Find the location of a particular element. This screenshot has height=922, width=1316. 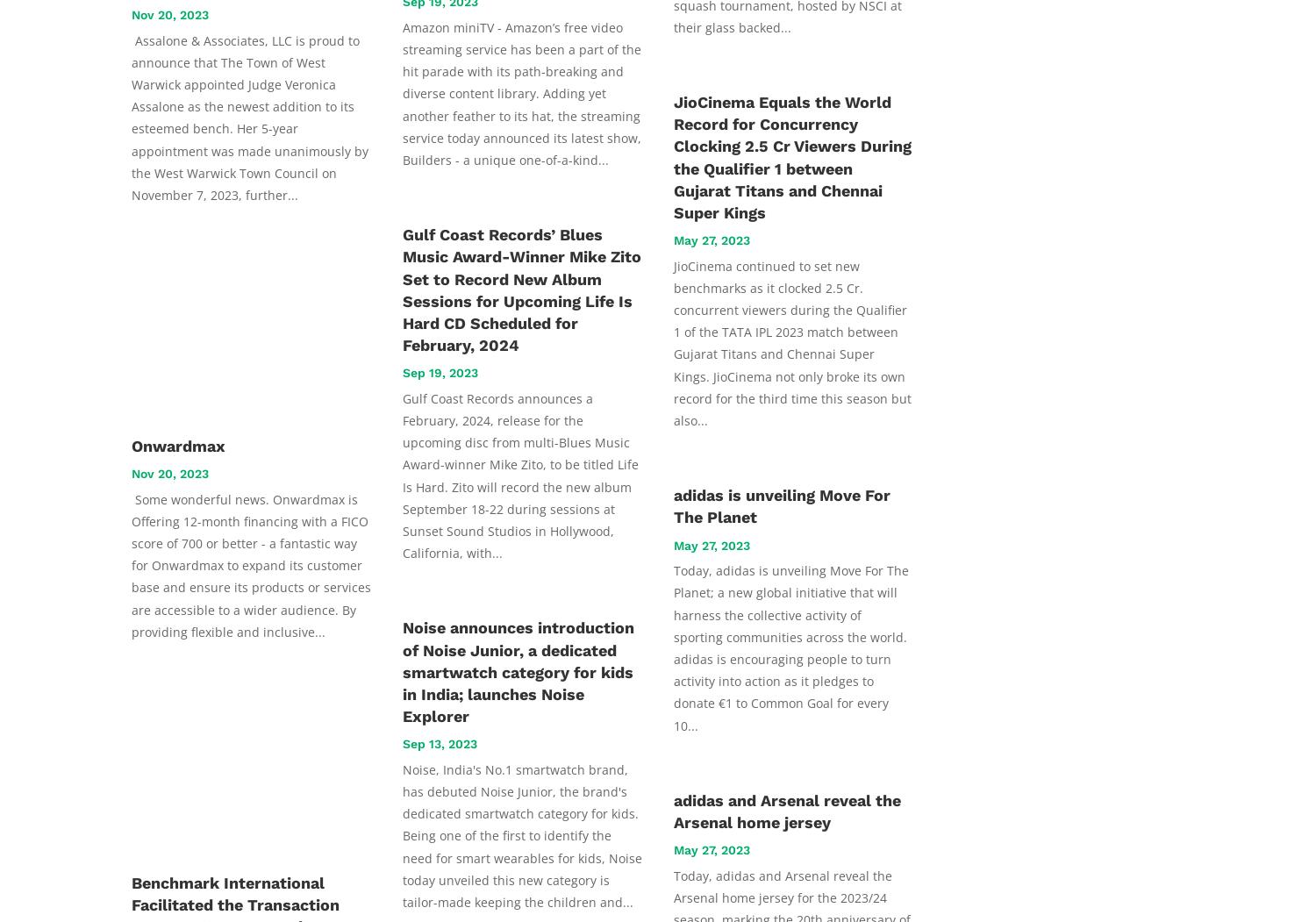

'Amazon miniTV - Amazon’s free video streaming service has been a part of the hit parade with its path-breaking and diverse content library. Adding yet another feather to its hat, the streaming service today announced its latest show, Builders - a unique one-of-a-kind...' is located at coordinates (402, 93).